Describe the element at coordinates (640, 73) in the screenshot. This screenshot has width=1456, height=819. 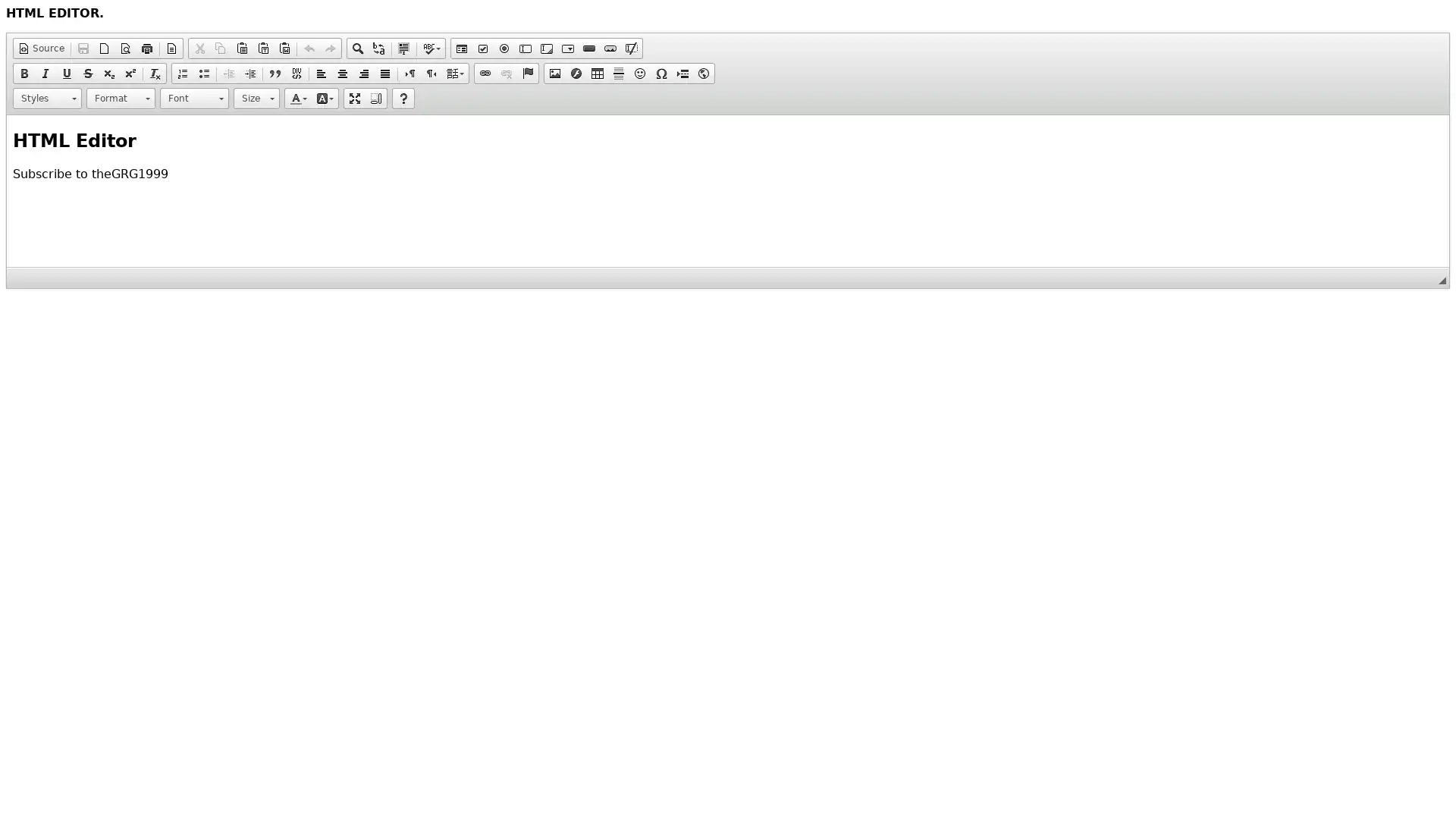
I see `Smiley` at that location.